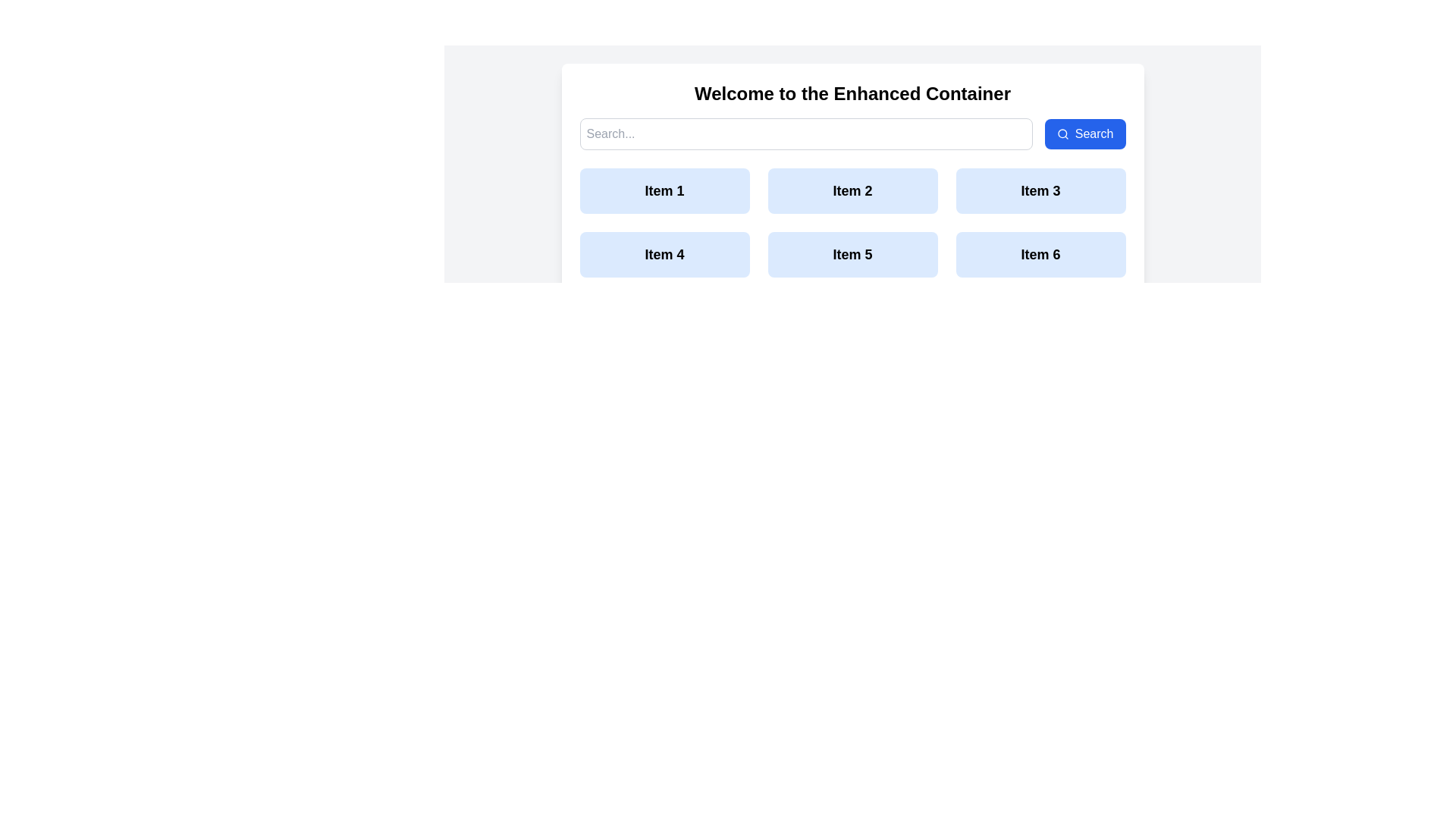  I want to click on the button associated with 'Item 6', so click(1040, 253).